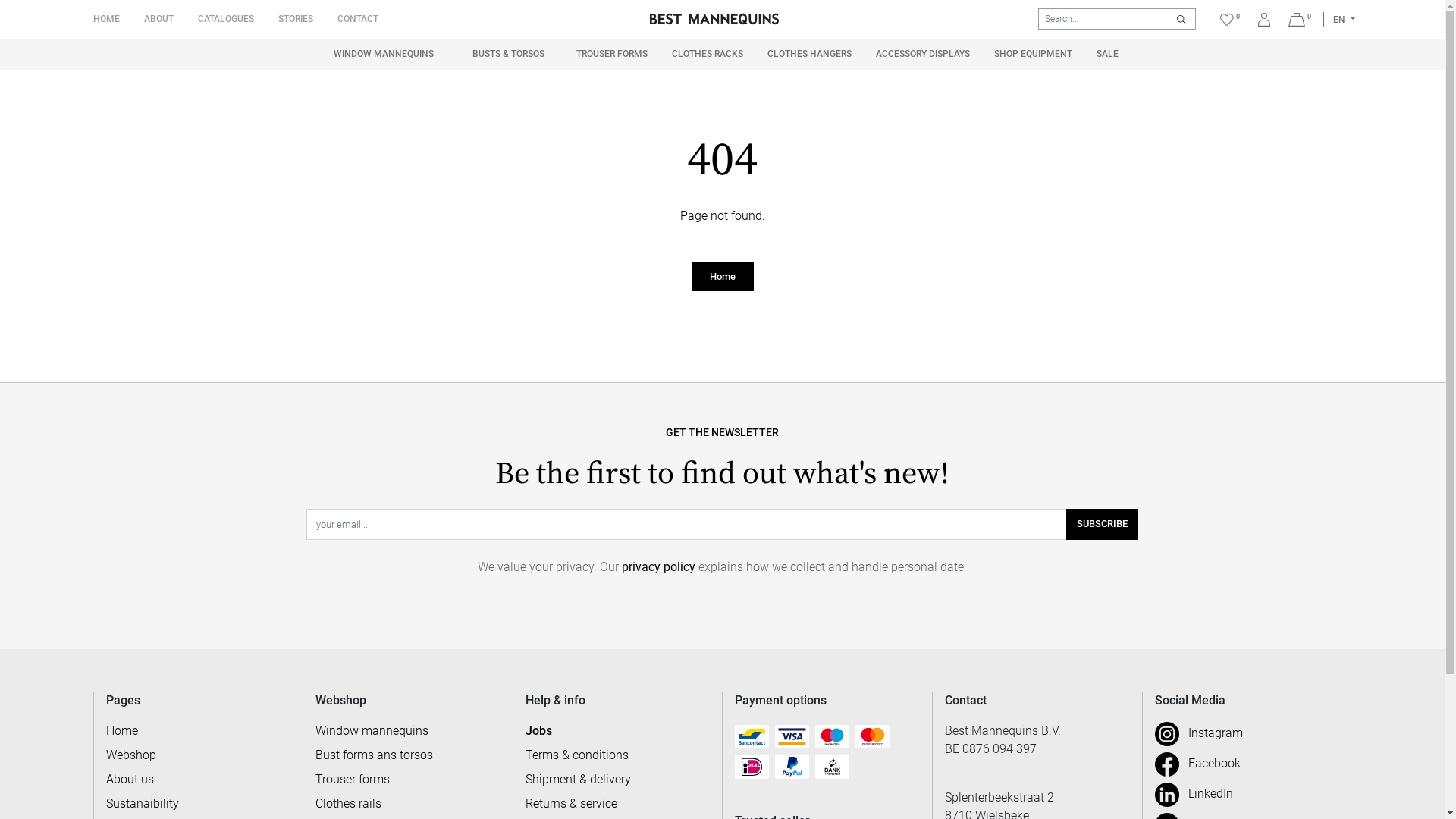  I want to click on '   Facebook', so click(1197, 763).